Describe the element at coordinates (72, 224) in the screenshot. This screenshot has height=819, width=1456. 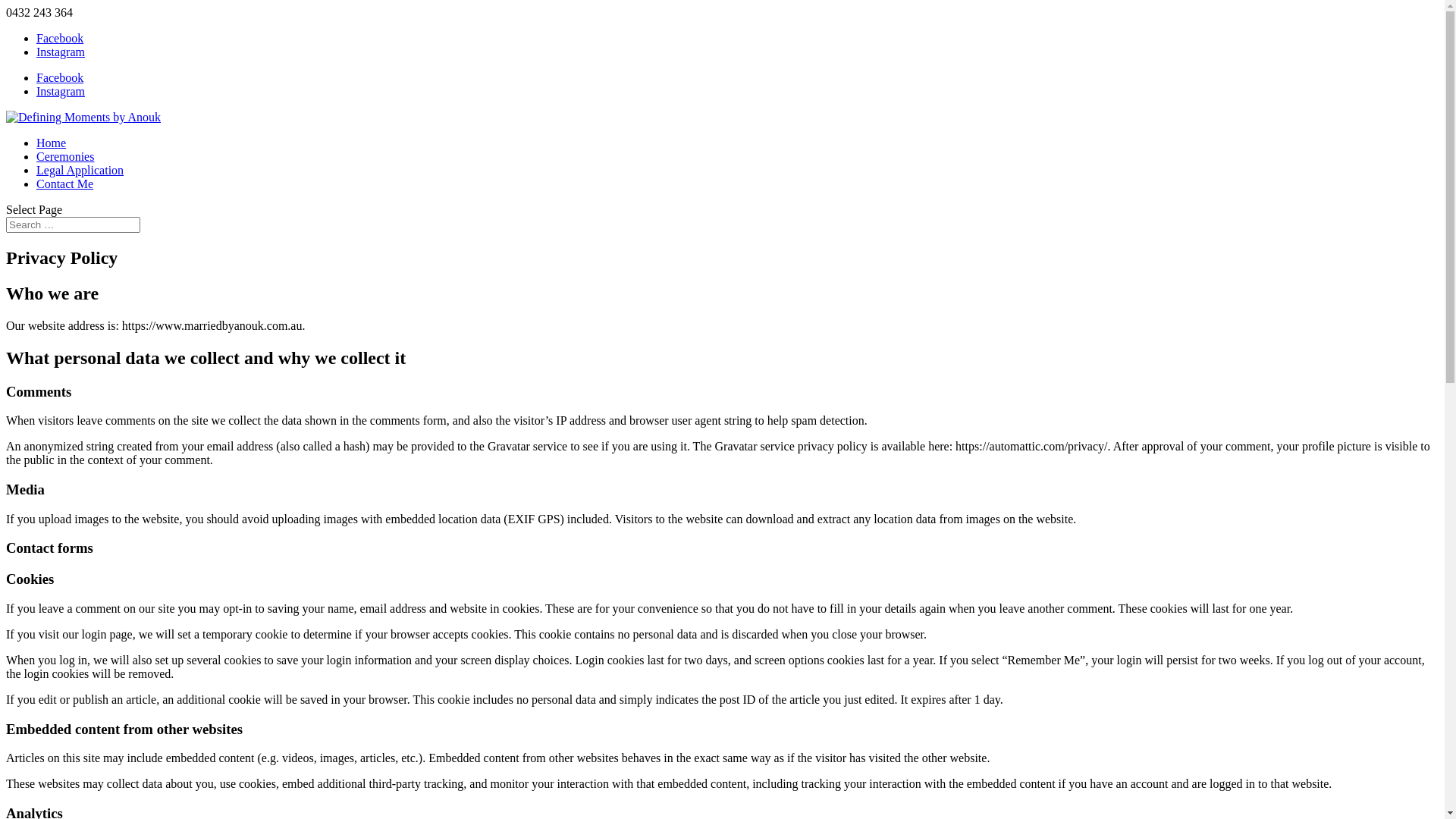
I see `'Search for:'` at that location.